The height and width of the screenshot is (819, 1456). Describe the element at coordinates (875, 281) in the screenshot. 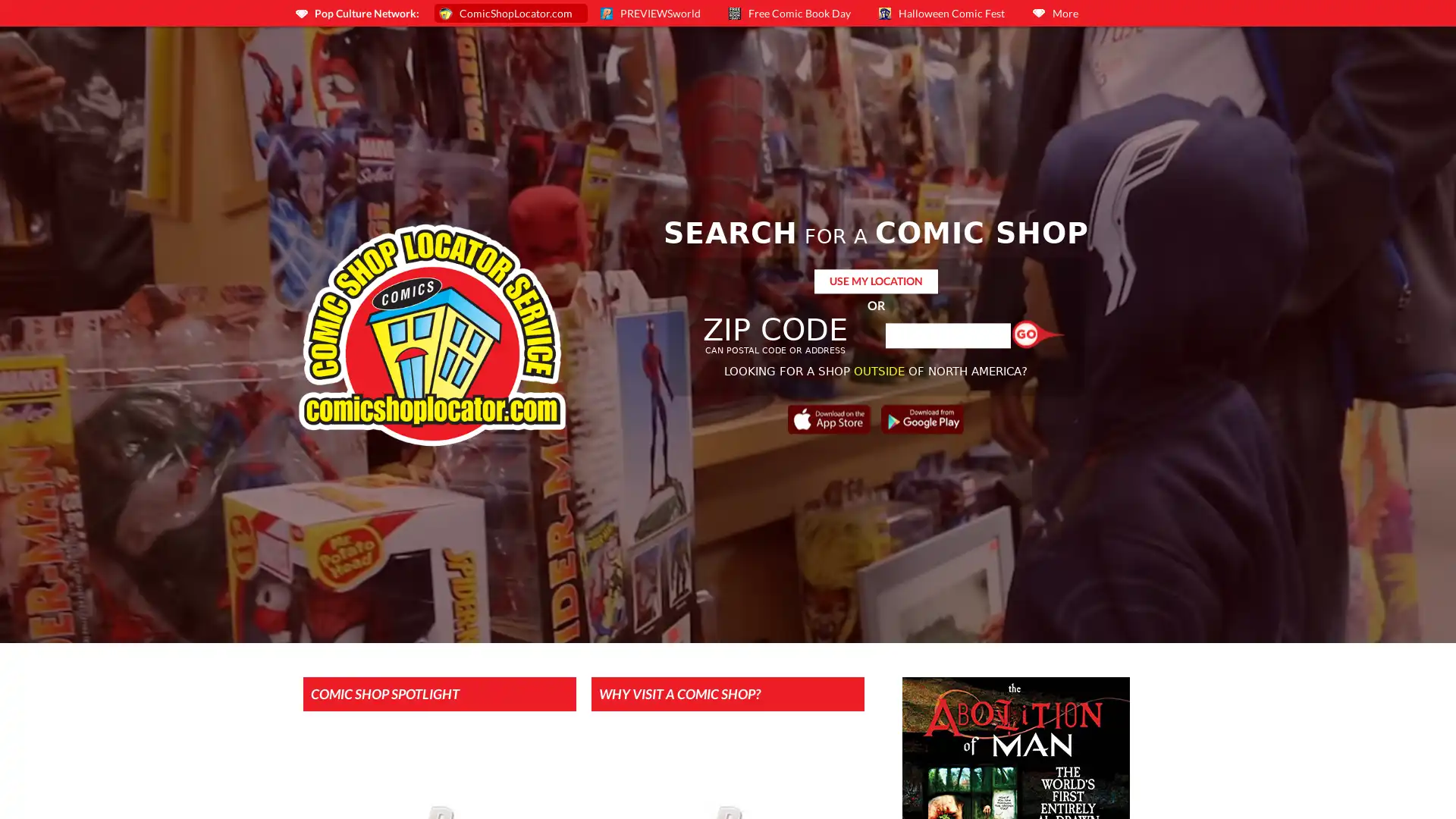

I see `USE MY LOCATION` at that location.